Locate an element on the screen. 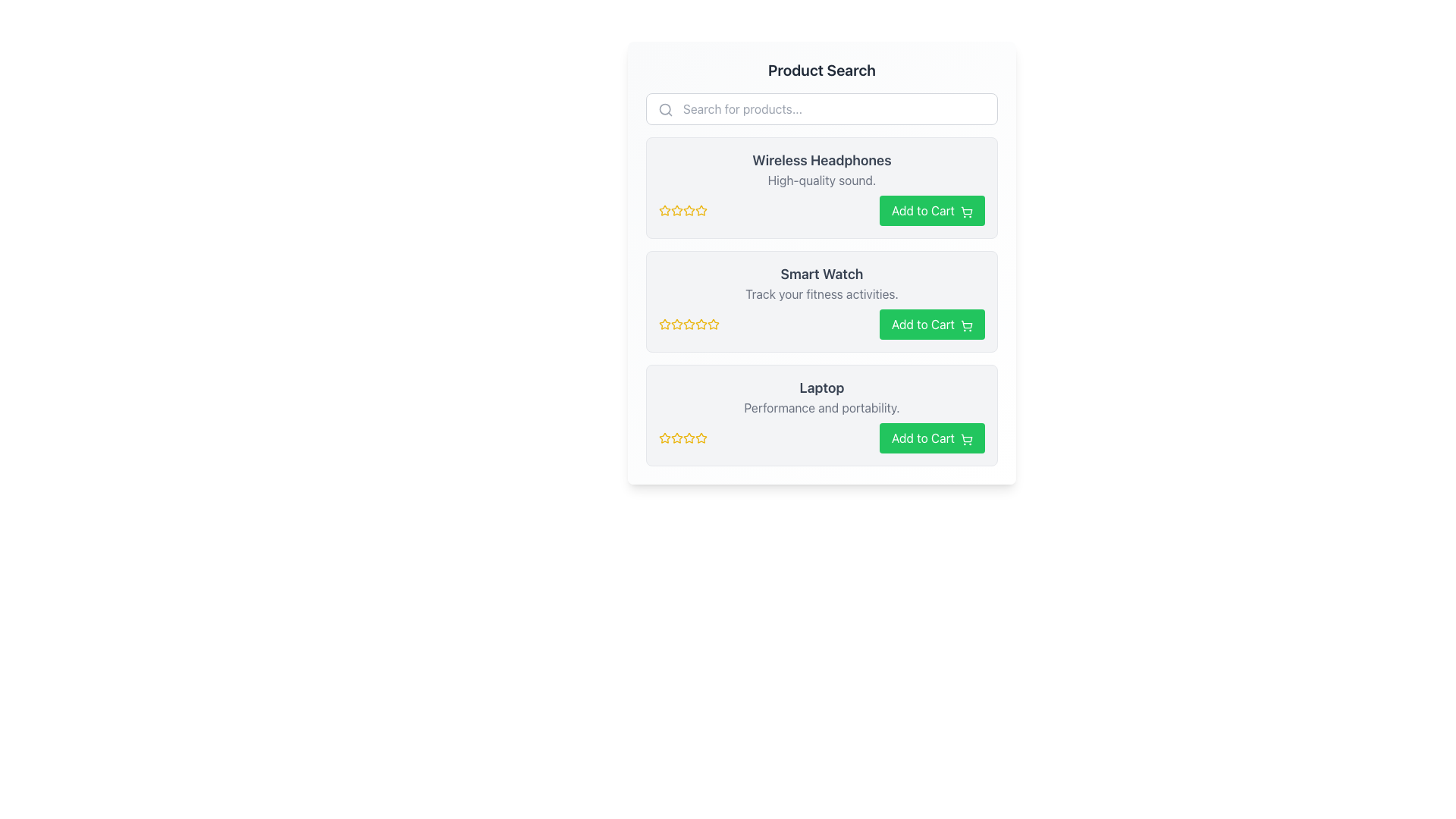  the first star graphic icon representing the rating for the product located beneath the 'Laptop' description in the third product card is located at coordinates (665, 438).